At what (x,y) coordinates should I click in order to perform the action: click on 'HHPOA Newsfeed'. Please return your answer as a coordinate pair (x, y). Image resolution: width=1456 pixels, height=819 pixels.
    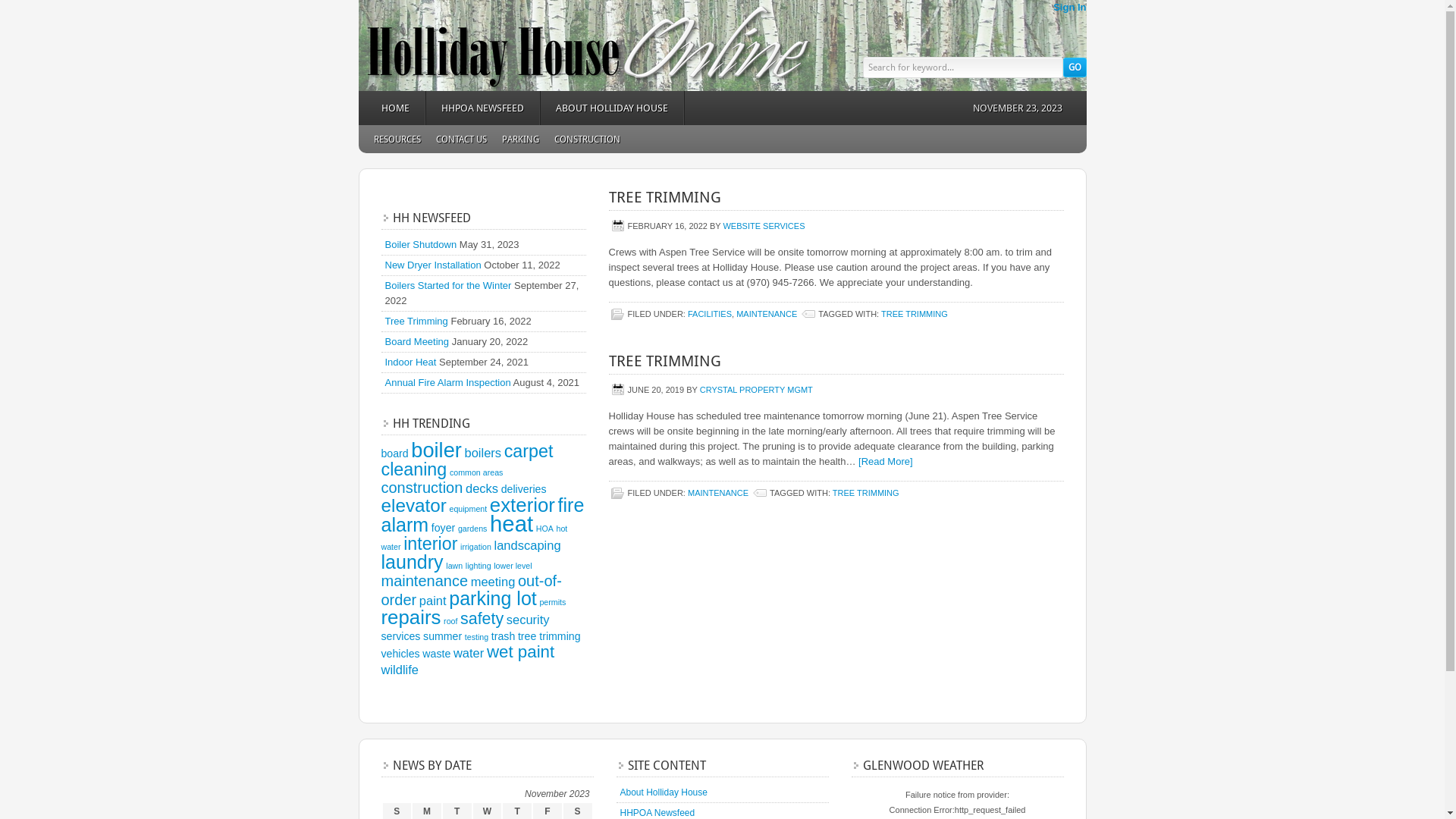
    Looking at the image, I should click on (657, 812).